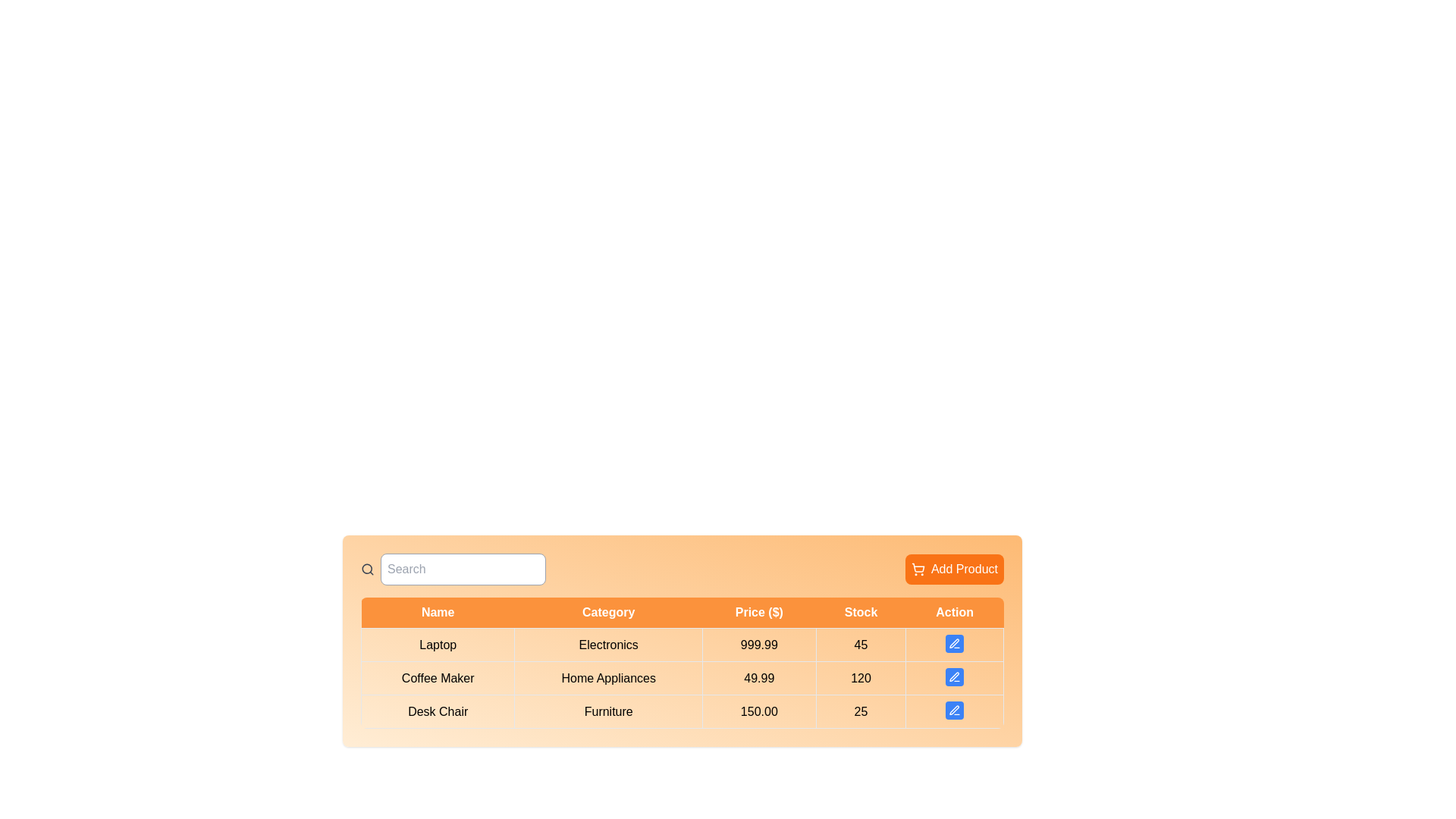 The image size is (1456, 819). What do you see at coordinates (759, 612) in the screenshot?
I see `the text-based header element displaying 'Price ($)' with an orange background, located in the center of the table header row` at bounding box center [759, 612].